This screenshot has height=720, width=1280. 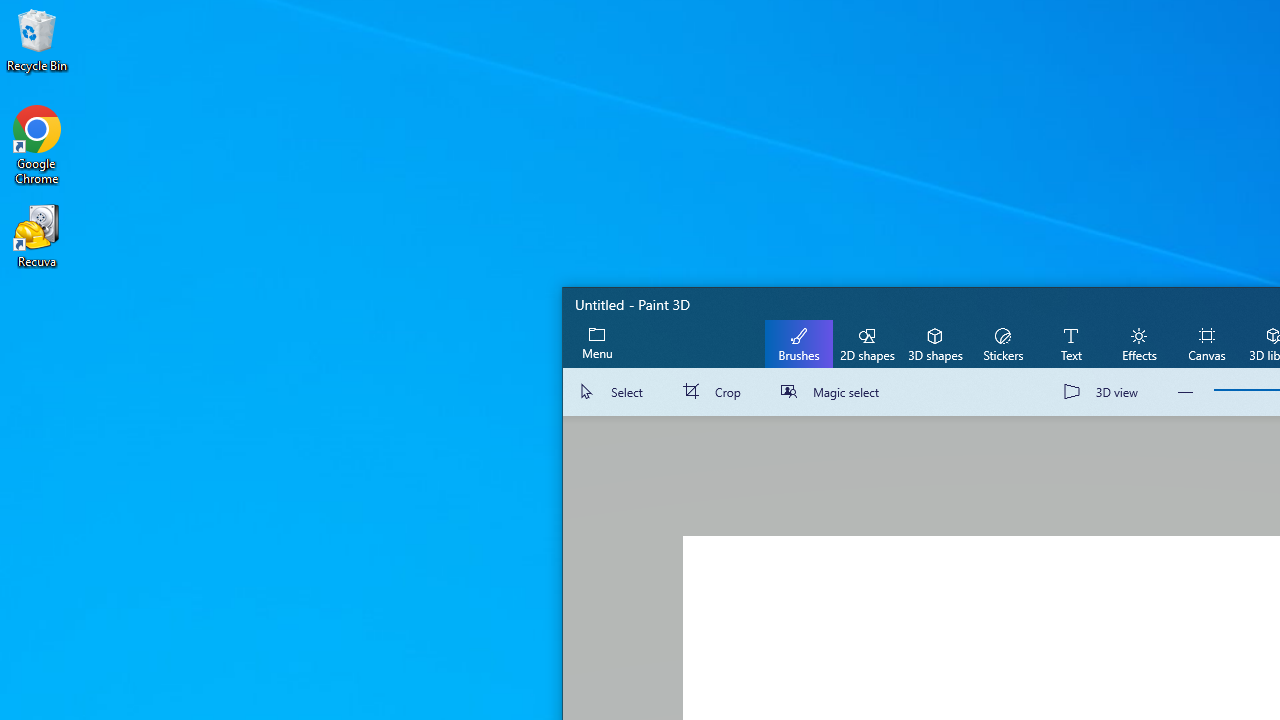 What do you see at coordinates (1206, 342) in the screenshot?
I see `'Canvas'` at bounding box center [1206, 342].